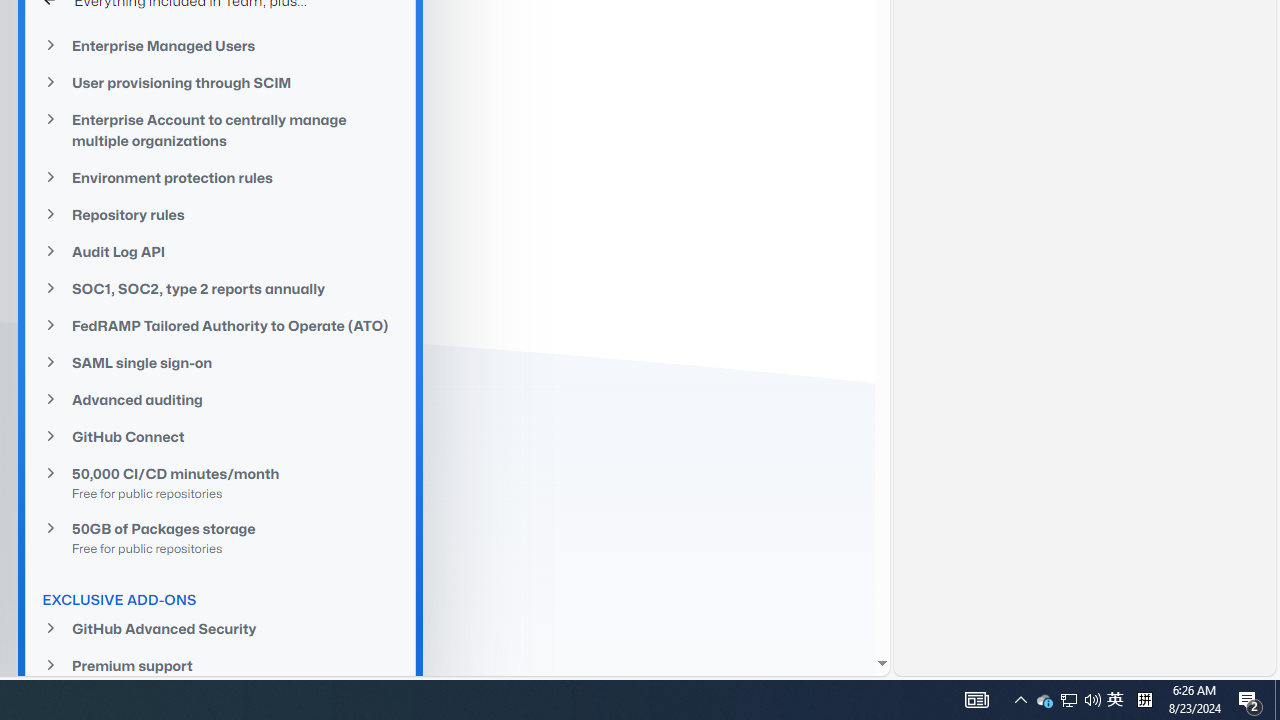 The width and height of the screenshot is (1280, 720). What do you see at coordinates (220, 666) in the screenshot?
I see `'Premium support'` at bounding box center [220, 666].